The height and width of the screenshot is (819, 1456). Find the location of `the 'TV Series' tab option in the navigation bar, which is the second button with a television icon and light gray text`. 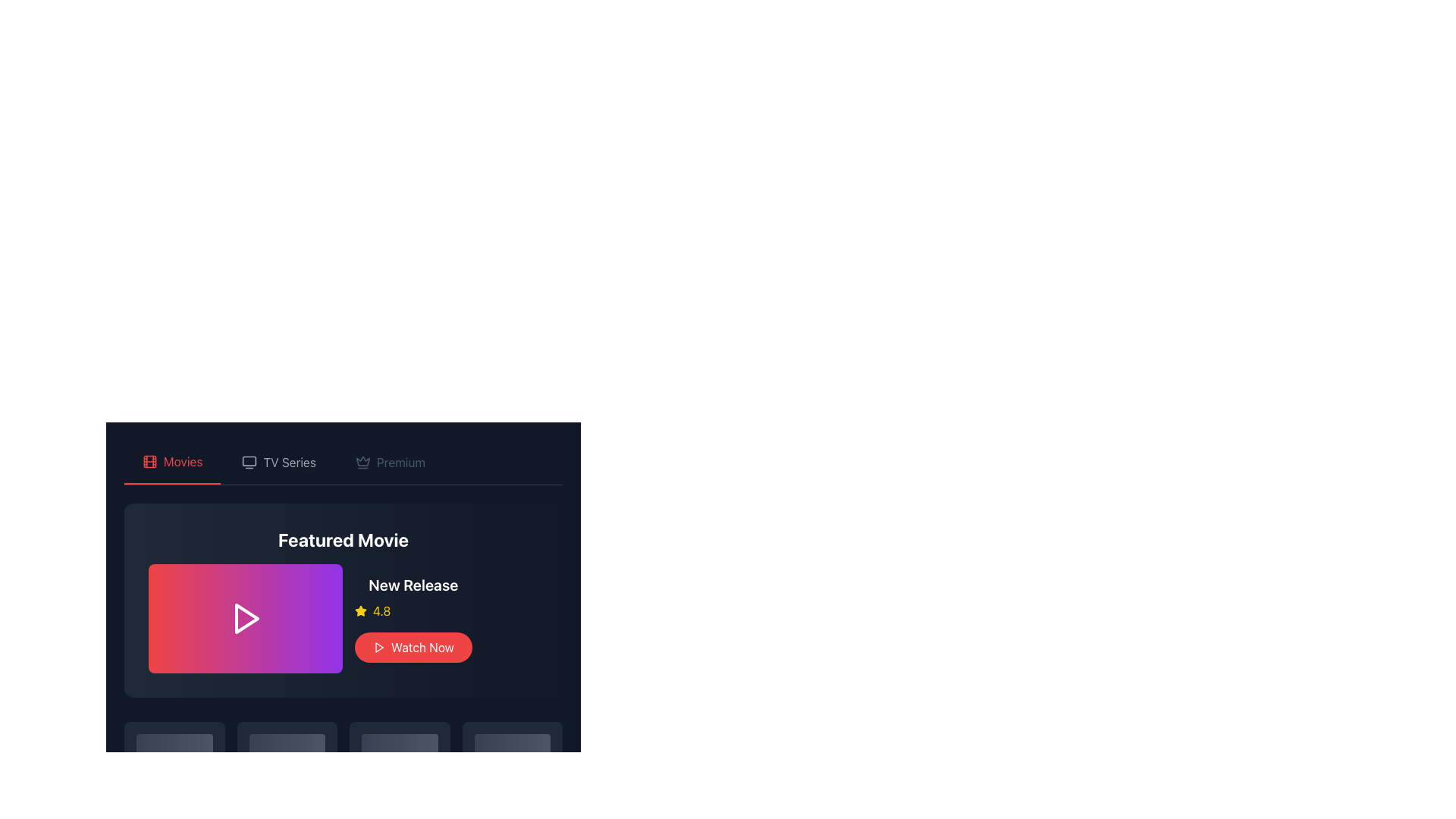

the 'TV Series' tab option in the navigation bar, which is the second button with a television icon and light gray text is located at coordinates (279, 461).